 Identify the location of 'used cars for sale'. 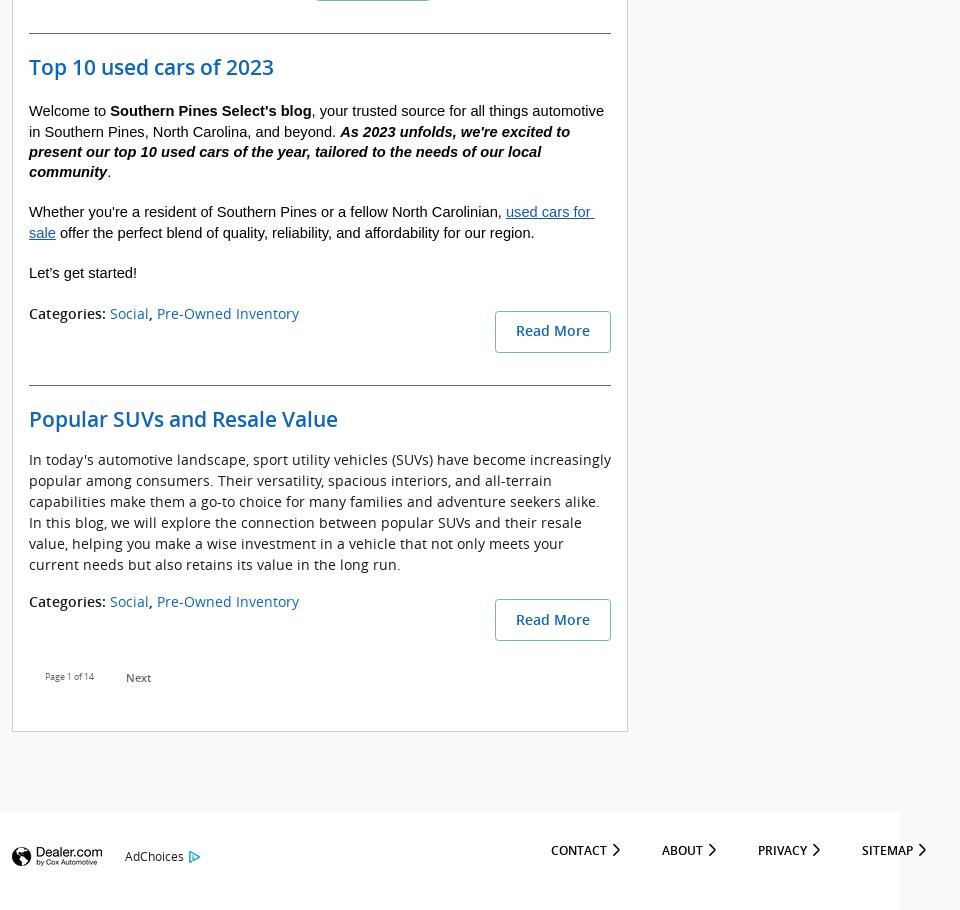
(311, 221).